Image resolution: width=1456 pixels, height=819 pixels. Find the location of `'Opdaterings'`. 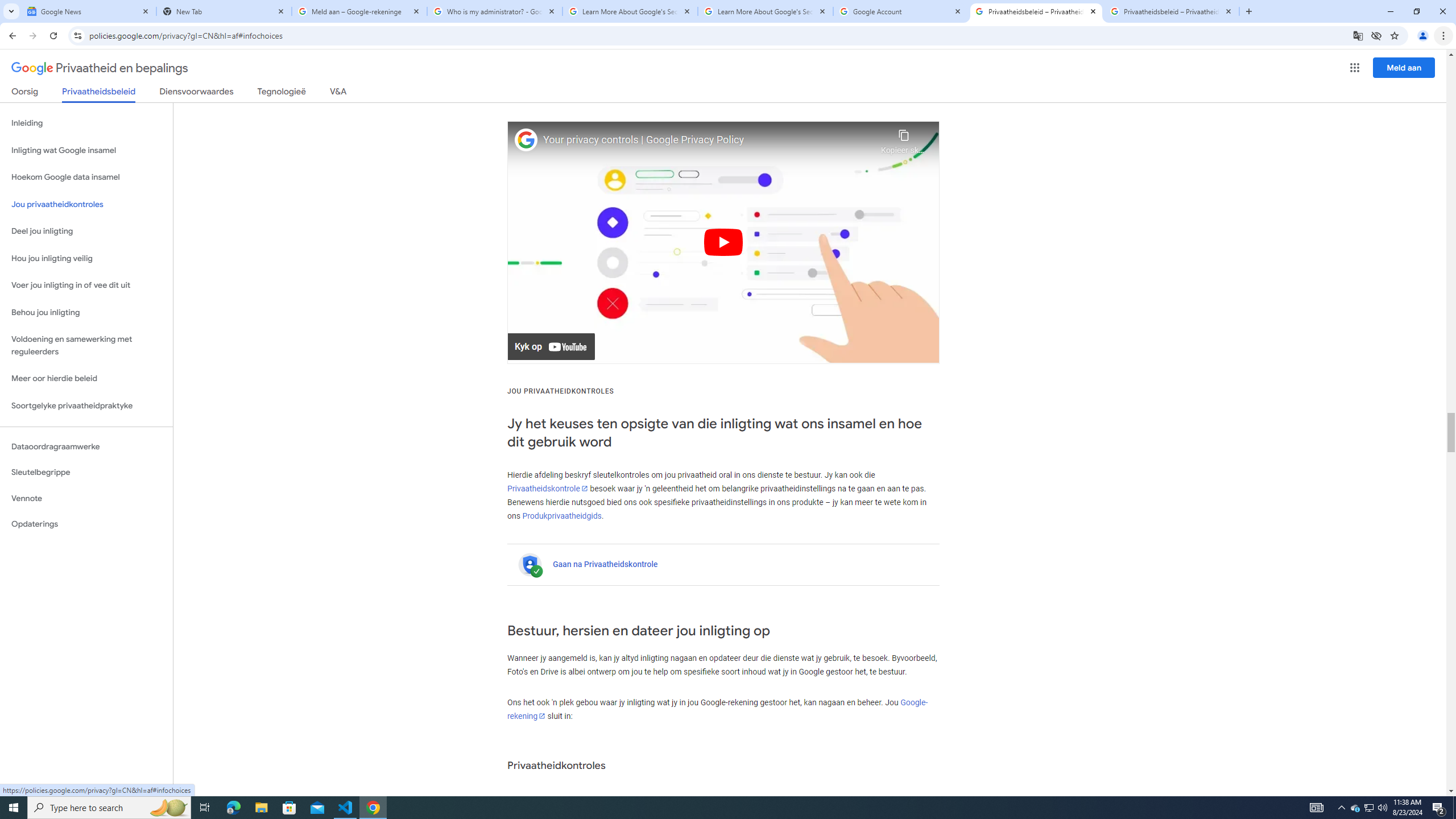

'Opdaterings' is located at coordinates (86, 523).